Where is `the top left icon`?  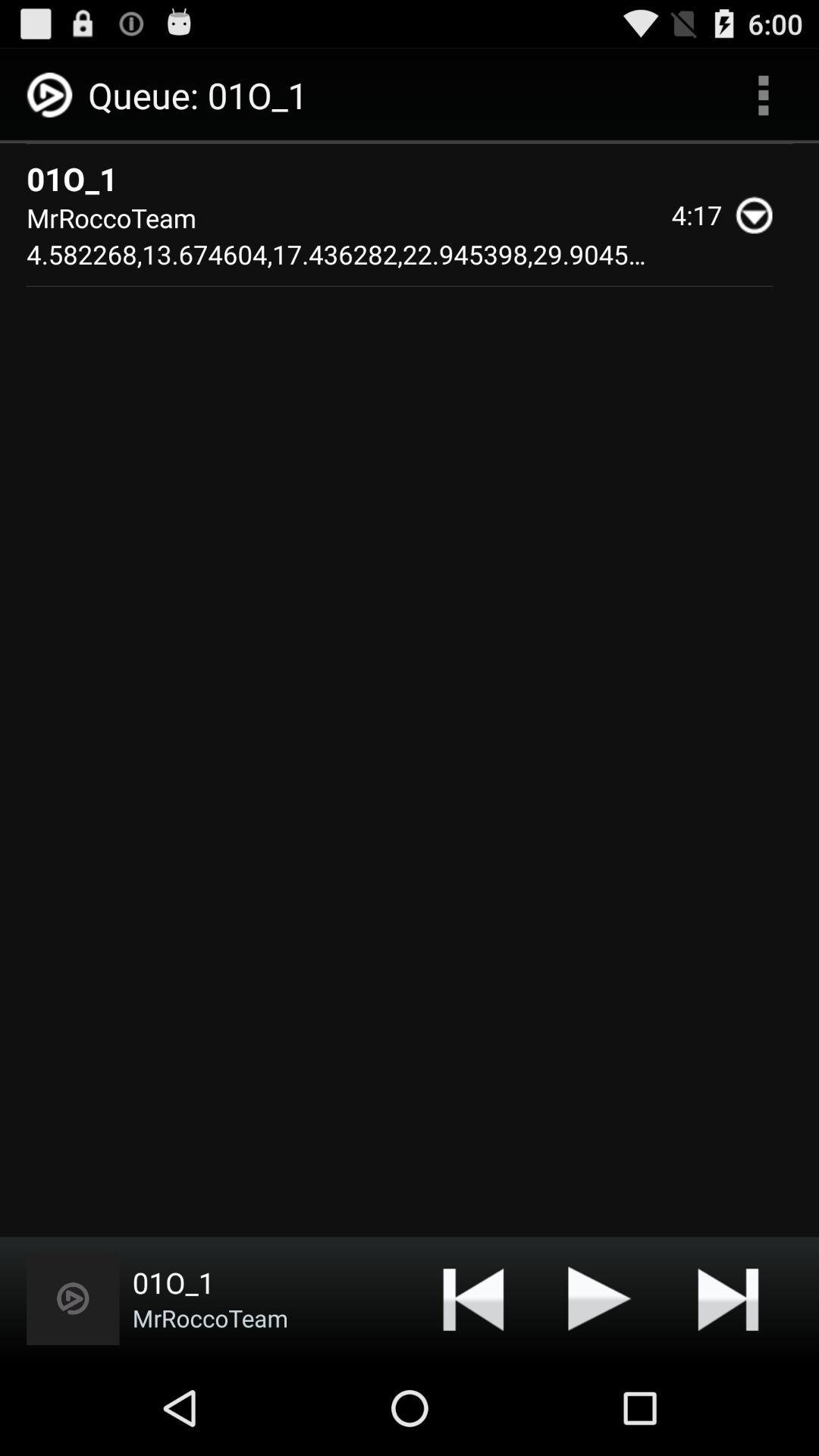 the top left icon is located at coordinates (52, 95).